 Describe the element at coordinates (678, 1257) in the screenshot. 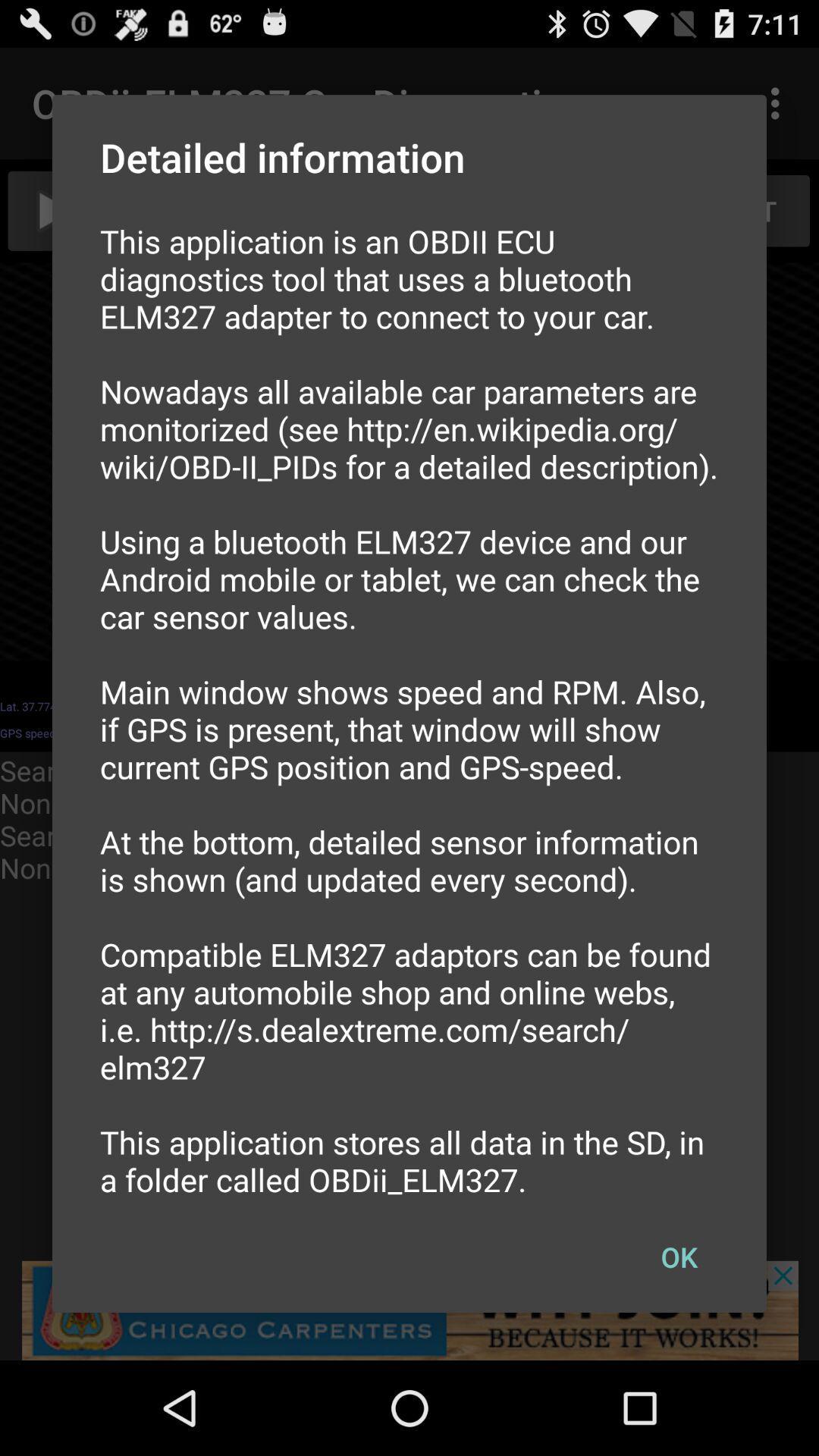

I see `the icon below this application is icon` at that location.